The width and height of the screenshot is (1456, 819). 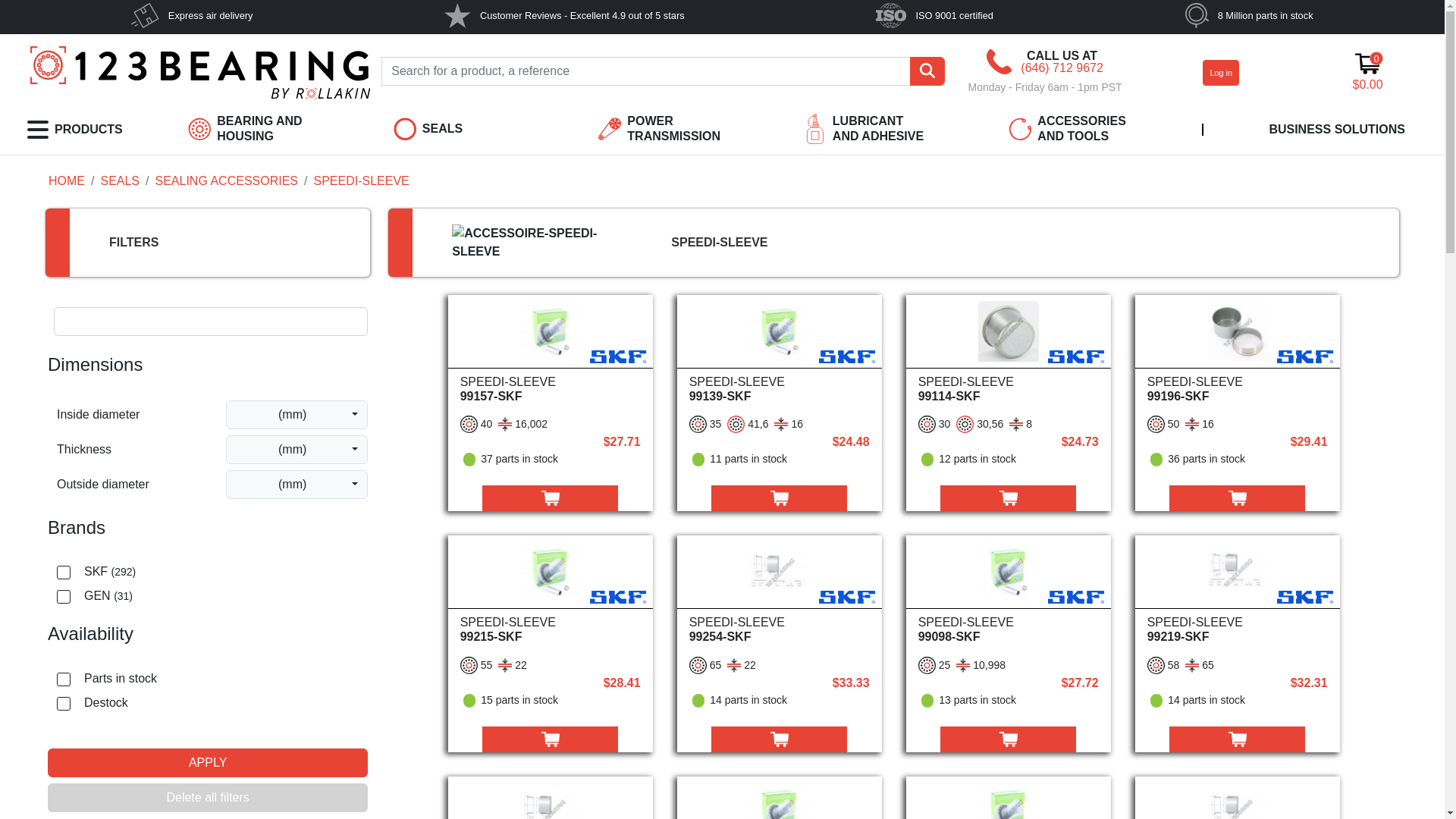 I want to click on 'BEARING AND HOUSING', so click(x=251, y=128).